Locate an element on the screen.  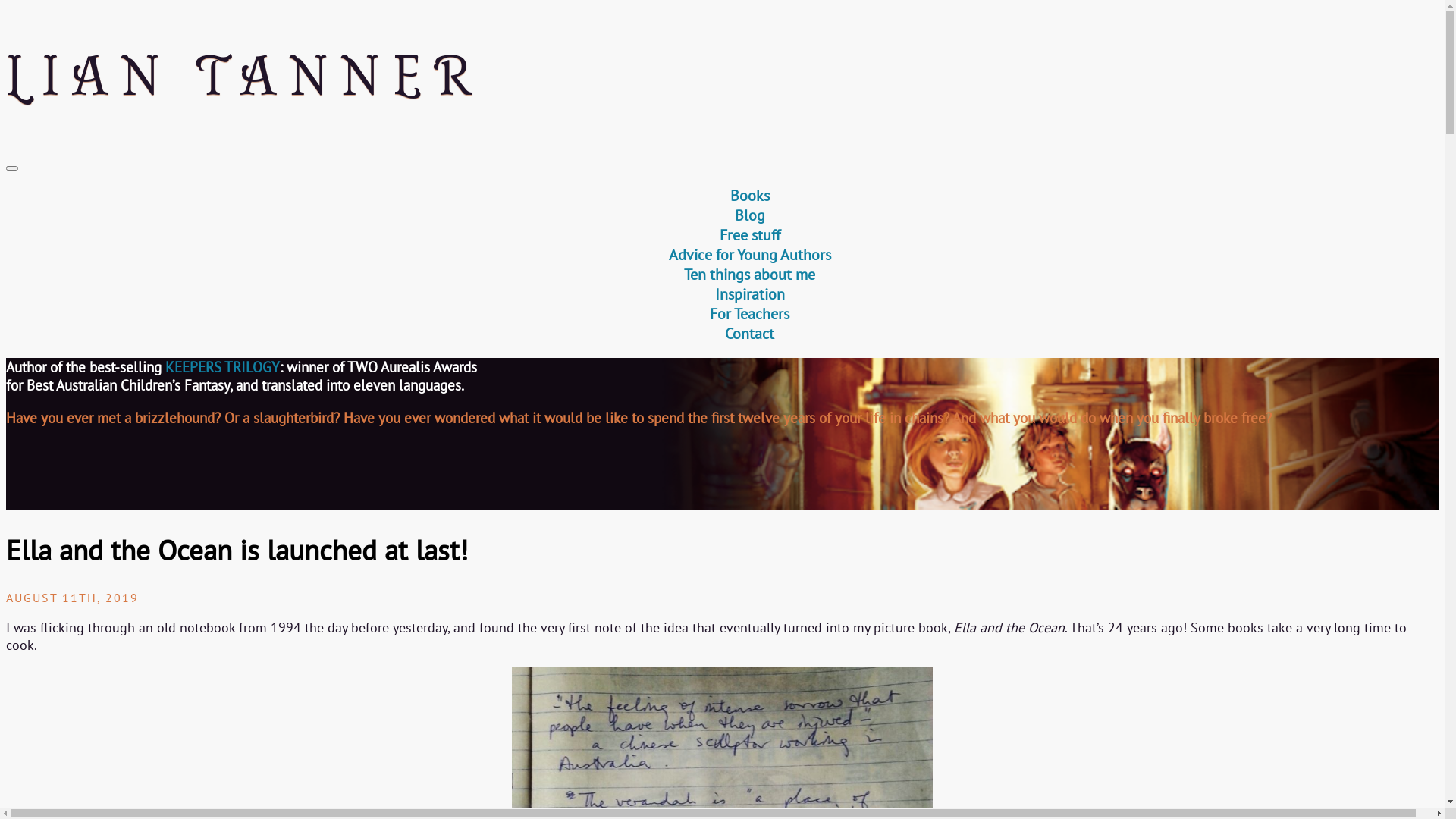
'For Teachers' is located at coordinates (749, 312).